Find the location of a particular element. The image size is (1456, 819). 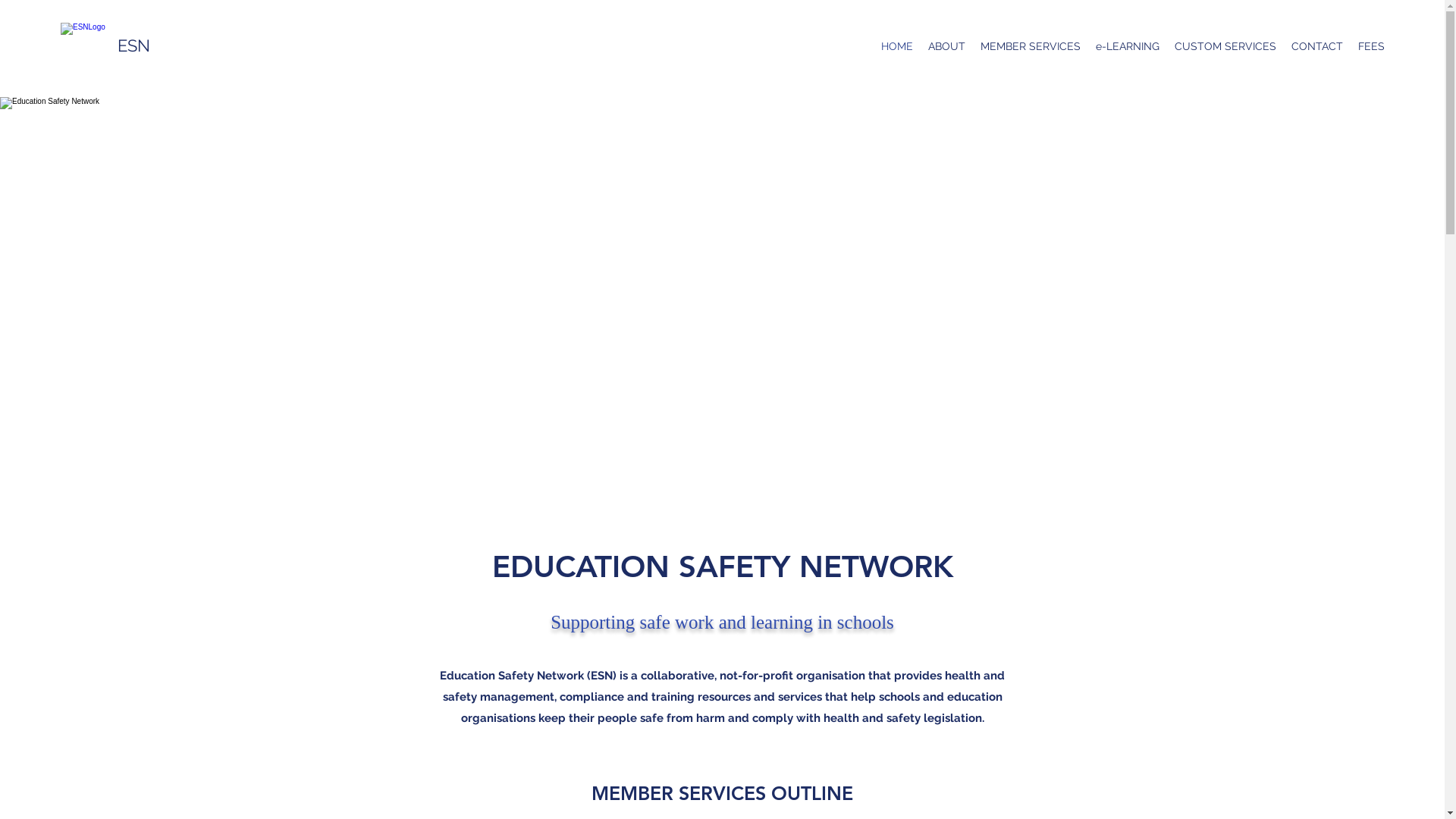

'ABOUT' is located at coordinates (946, 45).